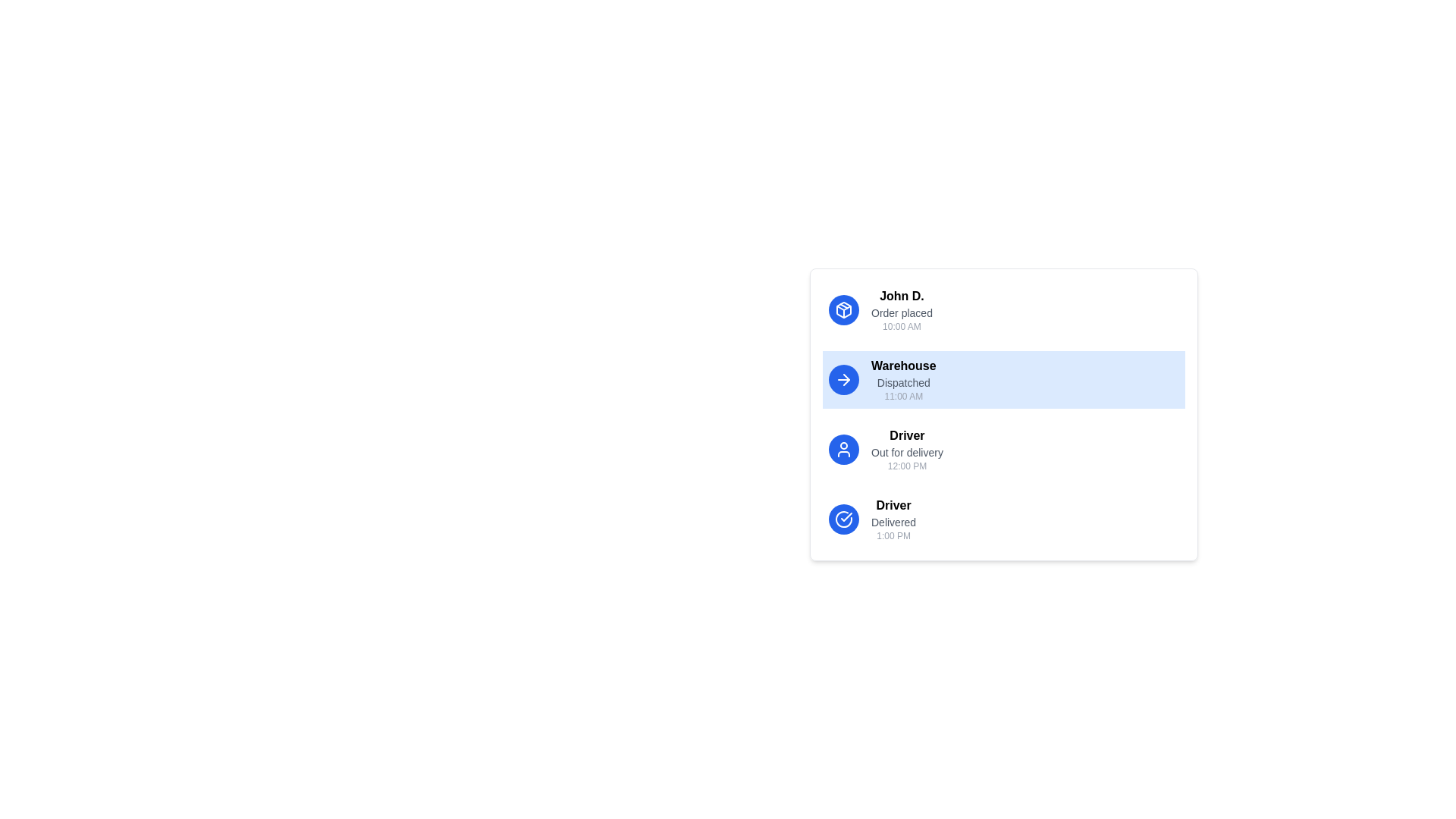  Describe the element at coordinates (893, 519) in the screenshot. I see `the text display component that indicates the completion of a delivery task in the timeline interface, located at the bottom entry below 'Driver' and 'Out for delivery'` at that location.